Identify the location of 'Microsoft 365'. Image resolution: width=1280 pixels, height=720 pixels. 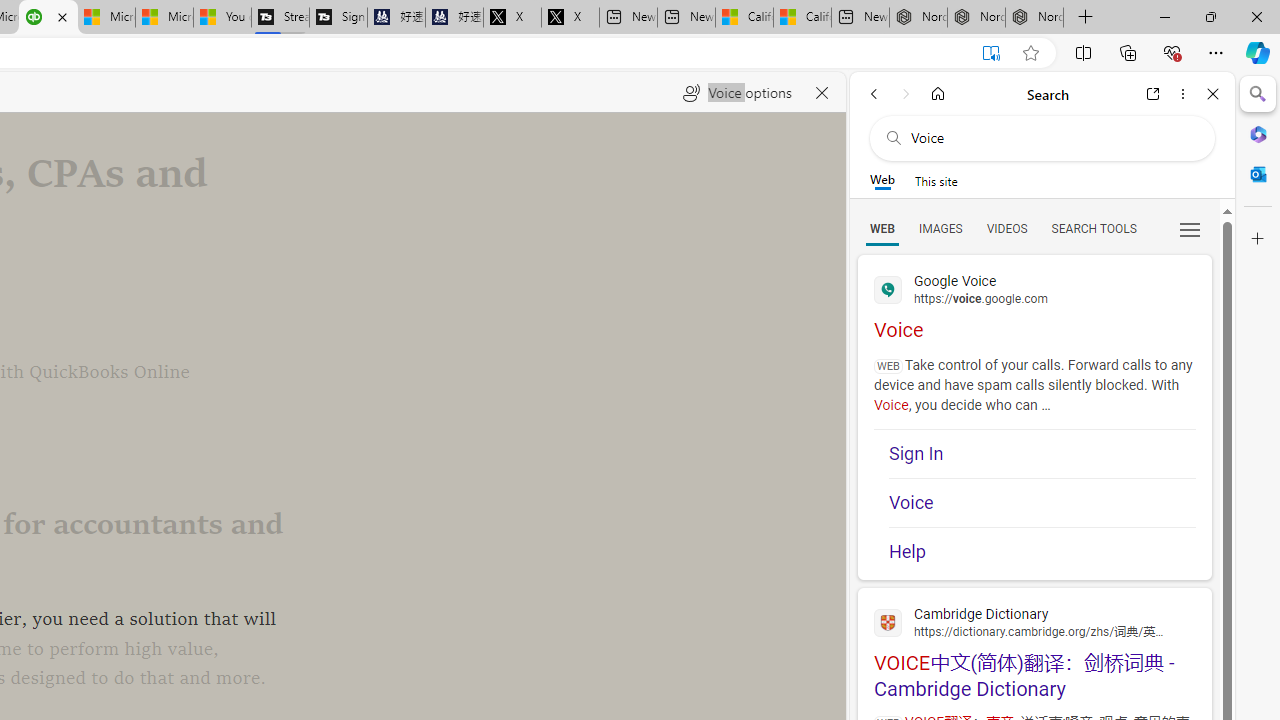
(1257, 133).